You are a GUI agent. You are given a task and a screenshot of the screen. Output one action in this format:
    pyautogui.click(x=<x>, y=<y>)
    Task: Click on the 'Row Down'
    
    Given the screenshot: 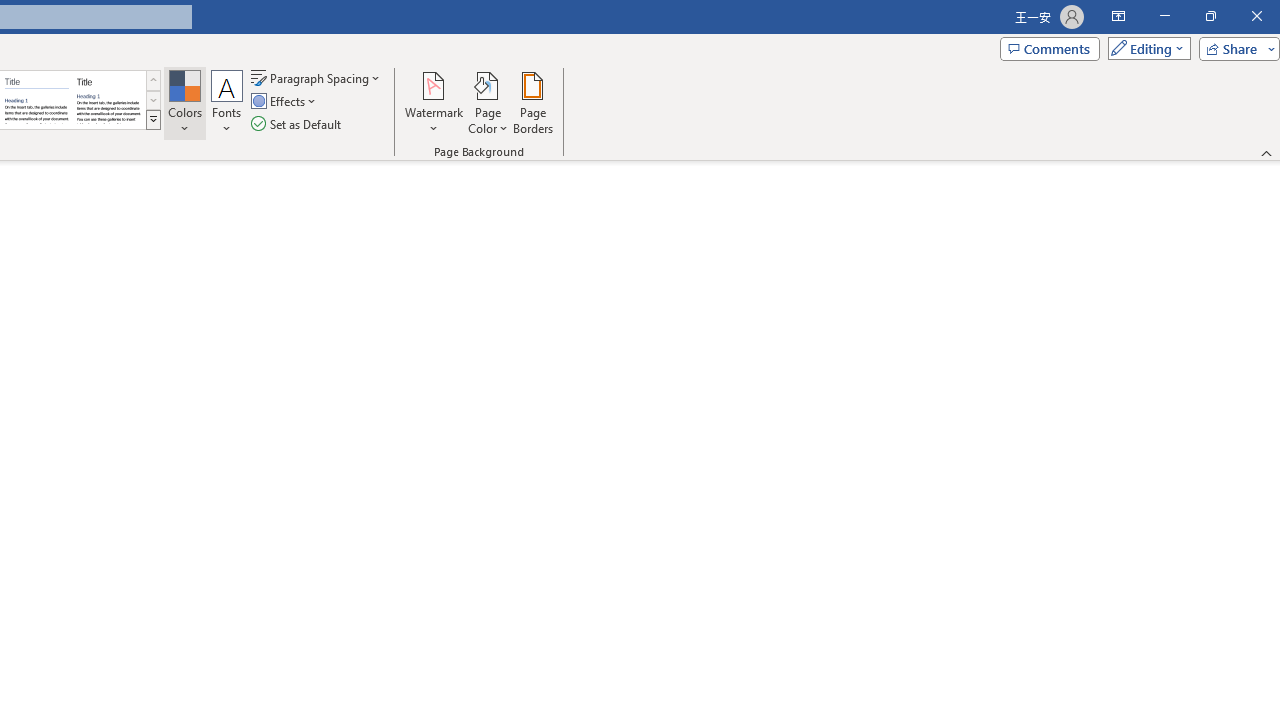 What is the action you would take?
    pyautogui.click(x=152, y=100)
    